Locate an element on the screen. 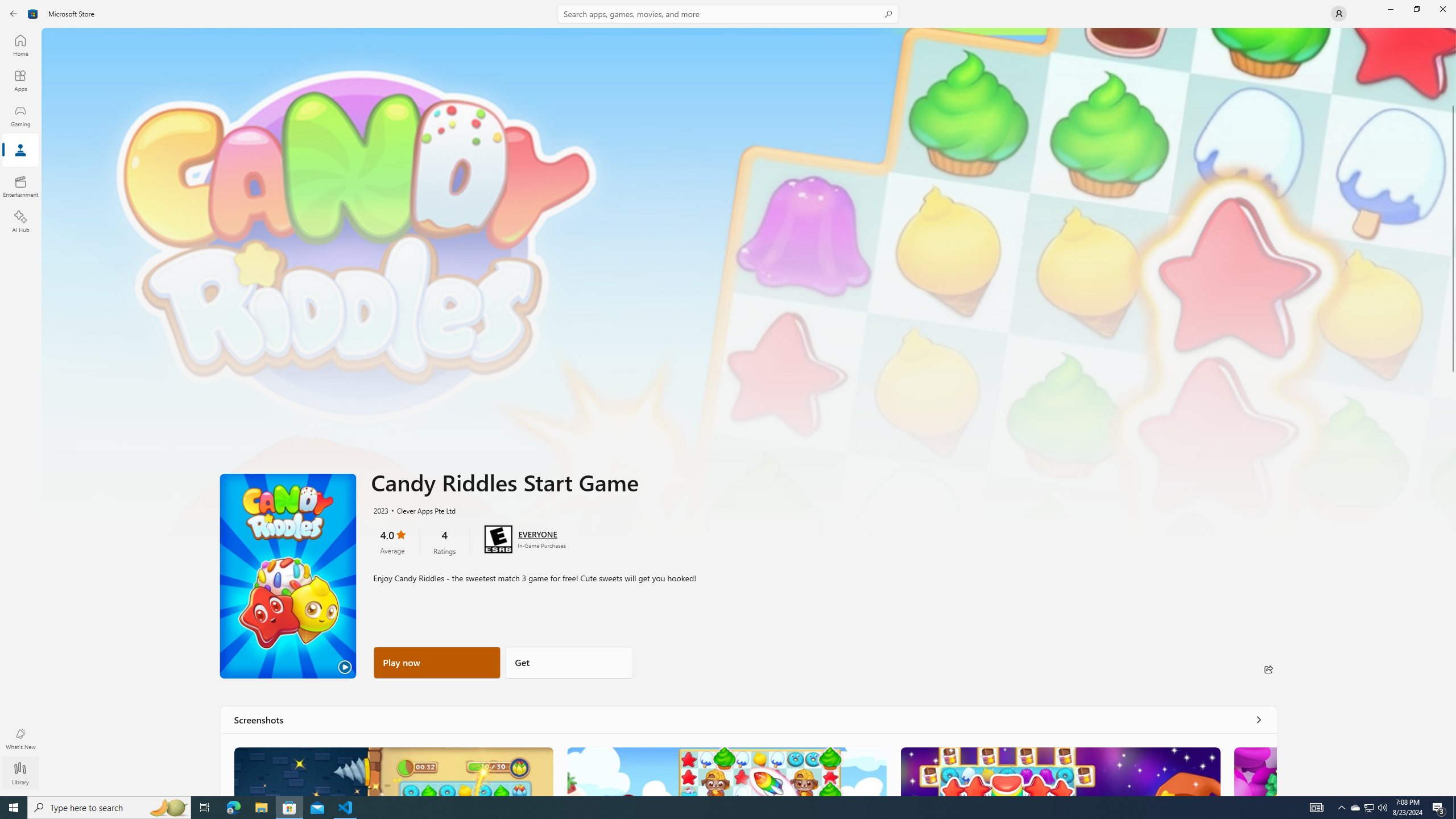 The width and height of the screenshot is (1456, 819). 'Arcade' is located at coordinates (19, 185).